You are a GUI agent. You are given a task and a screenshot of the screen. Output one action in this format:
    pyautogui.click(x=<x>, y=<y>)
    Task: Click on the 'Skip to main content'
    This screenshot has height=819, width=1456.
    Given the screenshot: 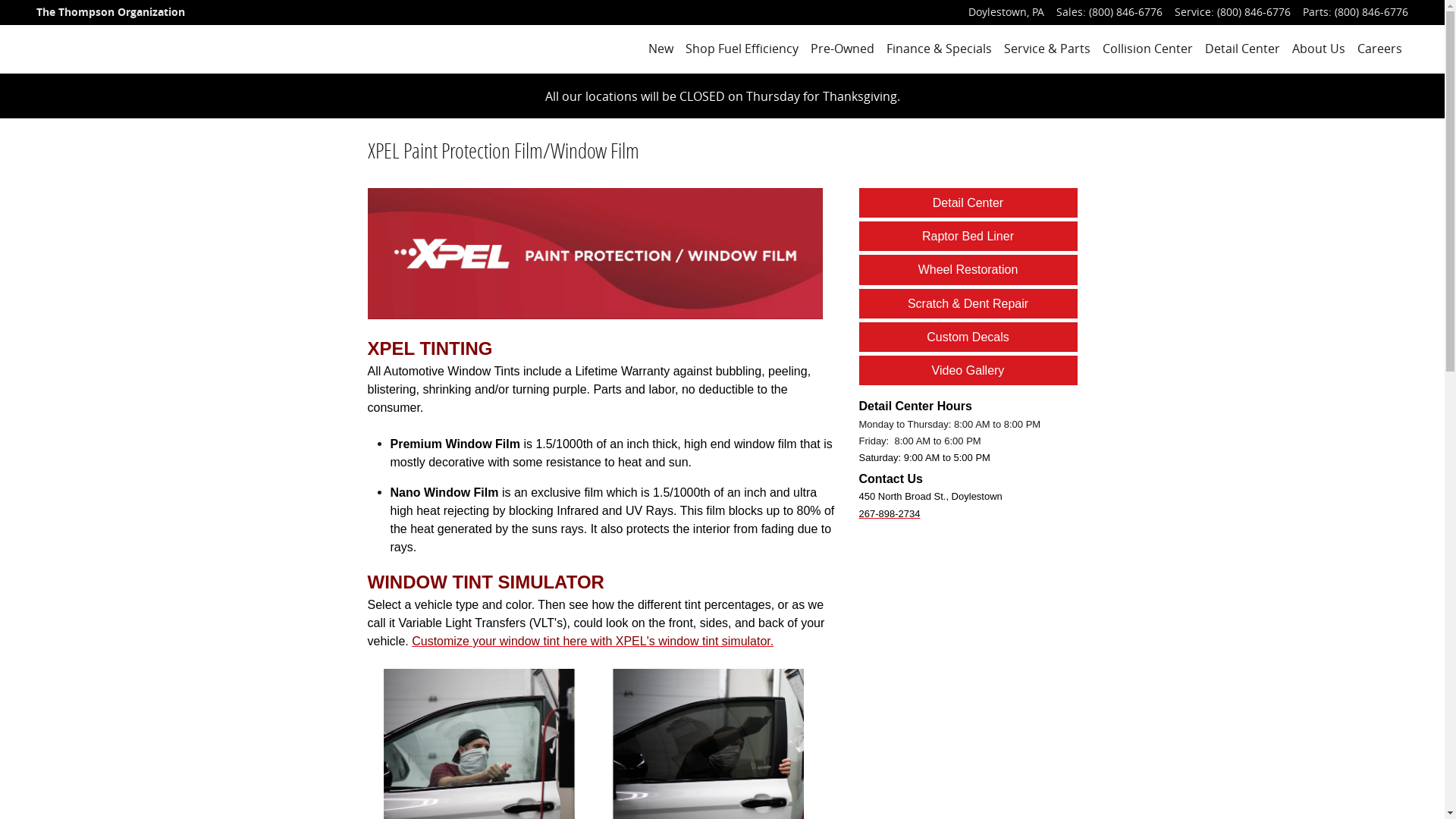 What is the action you would take?
    pyautogui.click(x=0, y=0)
    